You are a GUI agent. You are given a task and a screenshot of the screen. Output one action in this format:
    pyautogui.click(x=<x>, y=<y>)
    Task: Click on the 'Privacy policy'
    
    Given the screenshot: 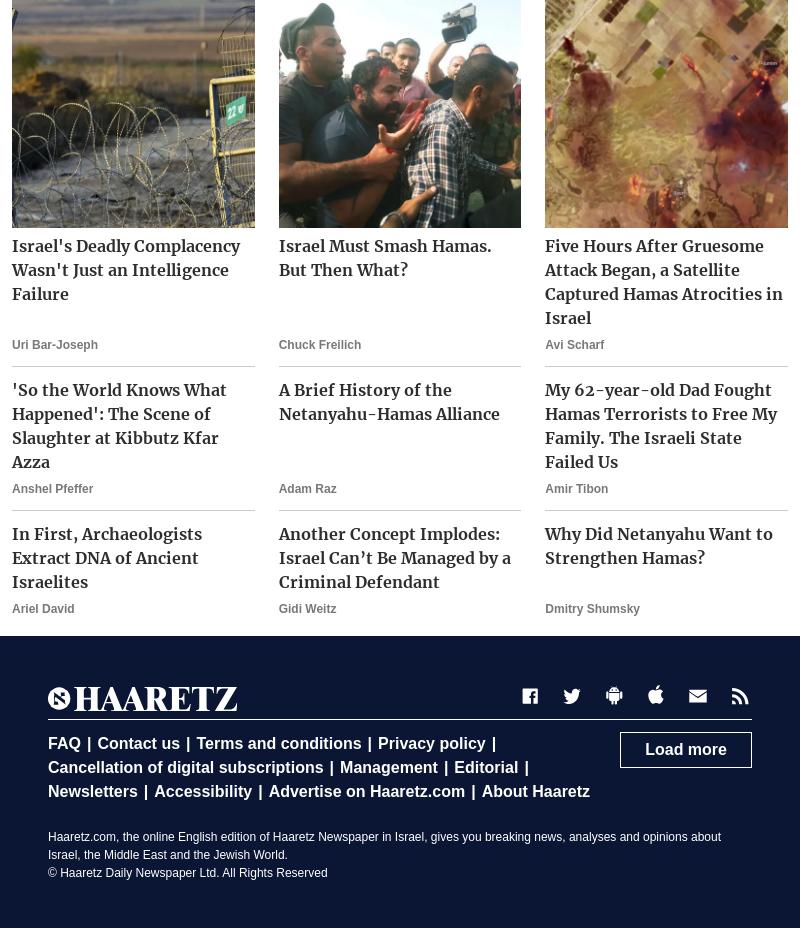 What is the action you would take?
    pyautogui.click(x=431, y=742)
    